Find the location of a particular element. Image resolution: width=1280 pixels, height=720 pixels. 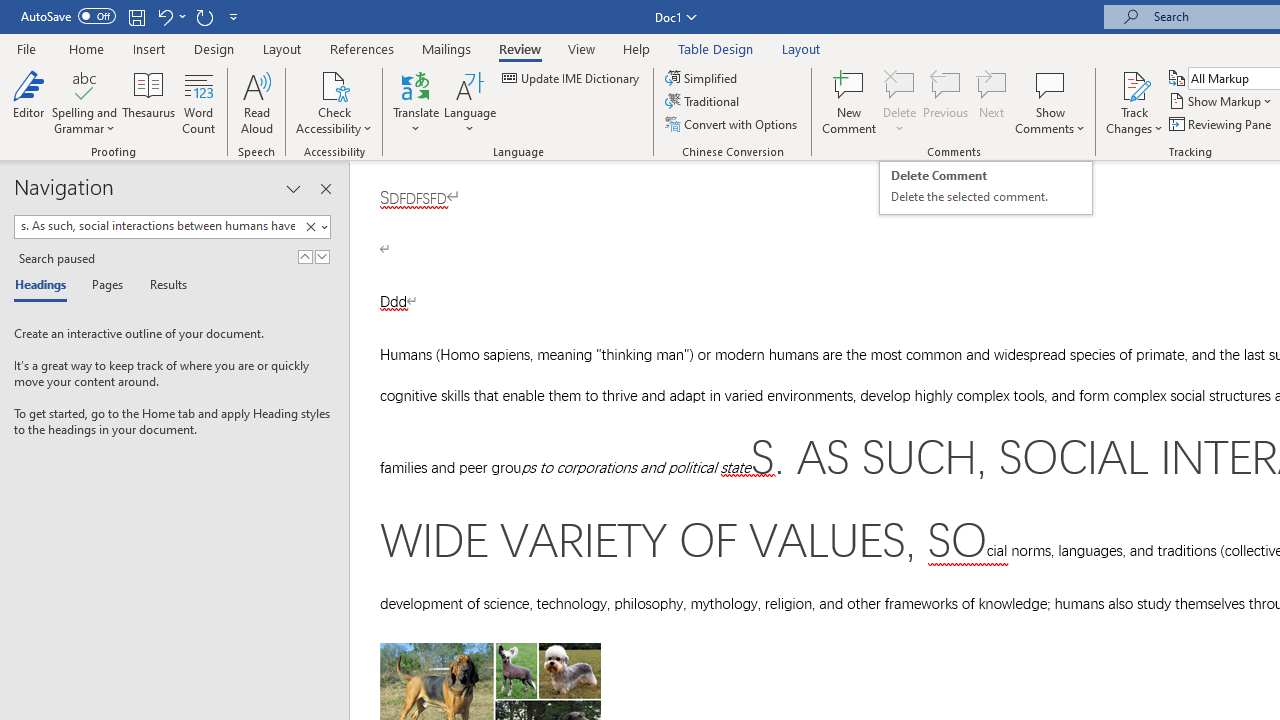

'Clear' is located at coordinates (313, 226).